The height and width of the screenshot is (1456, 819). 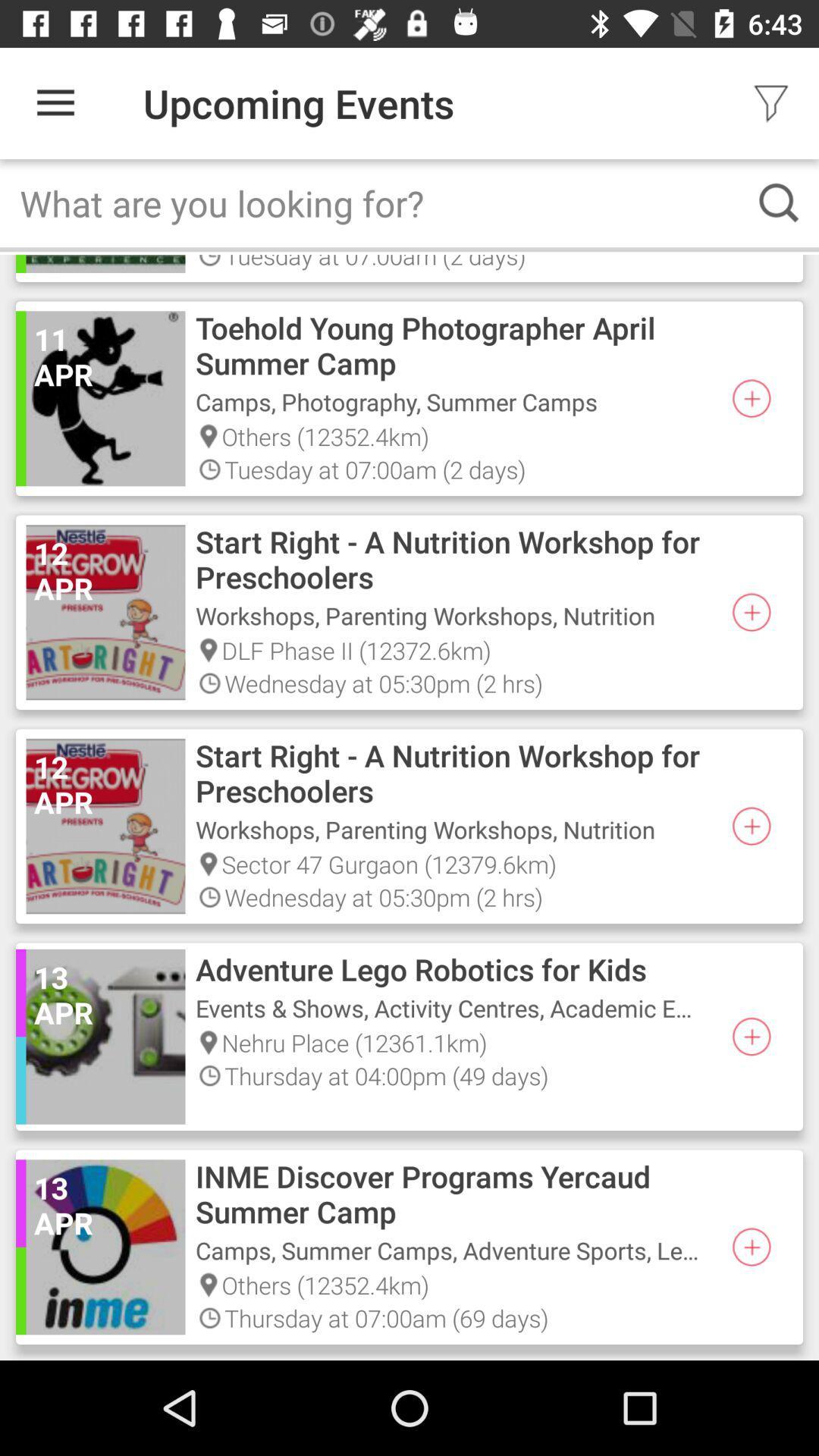 I want to click on the search icon, so click(x=779, y=202).